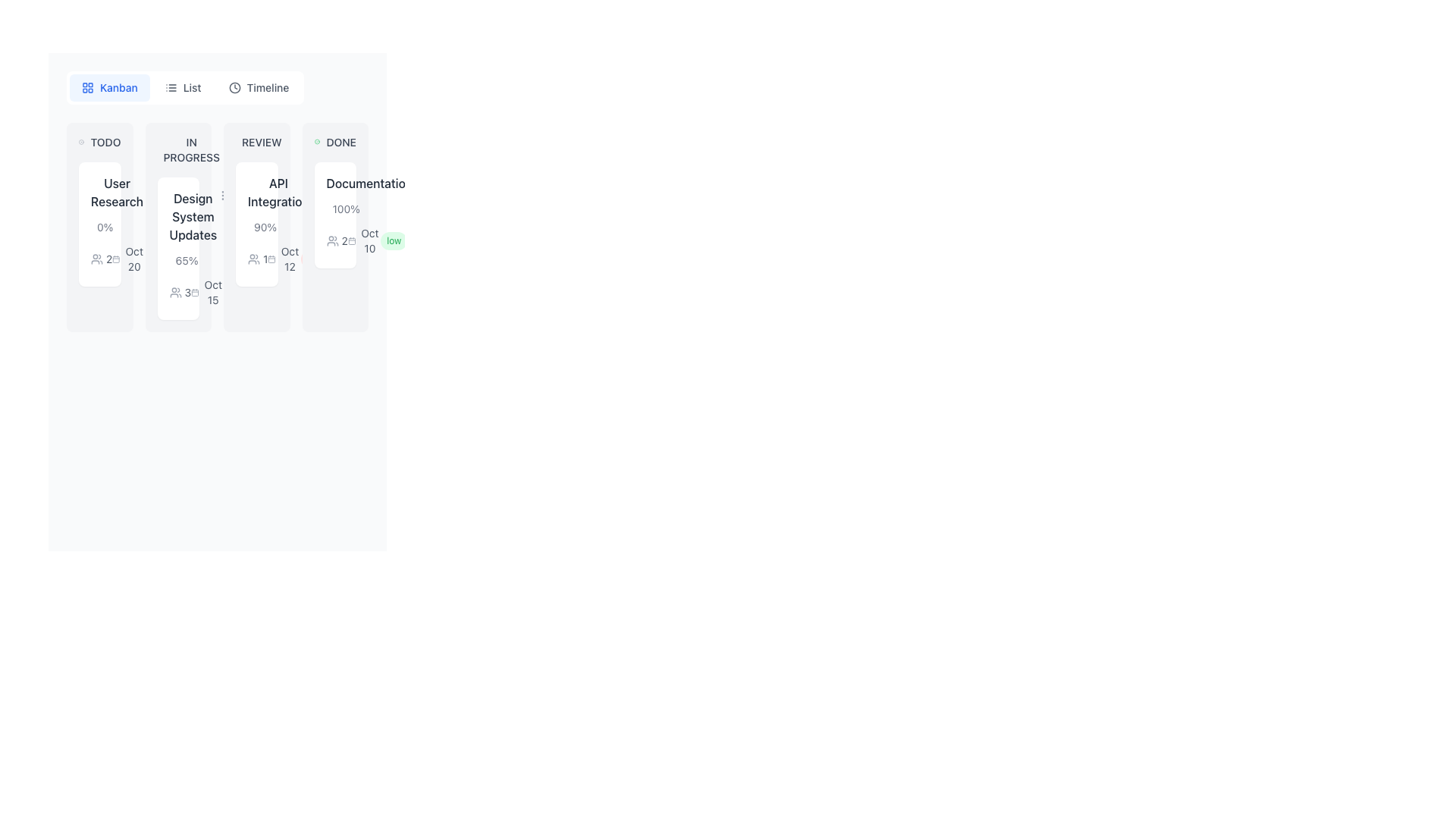 The height and width of the screenshot is (819, 1456). What do you see at coordinates (178, 227) in the screenshot?
I see `the second task card in the Kanban interface, located under the 'IN PROGRESS' column` at bounding box center [178, 227].